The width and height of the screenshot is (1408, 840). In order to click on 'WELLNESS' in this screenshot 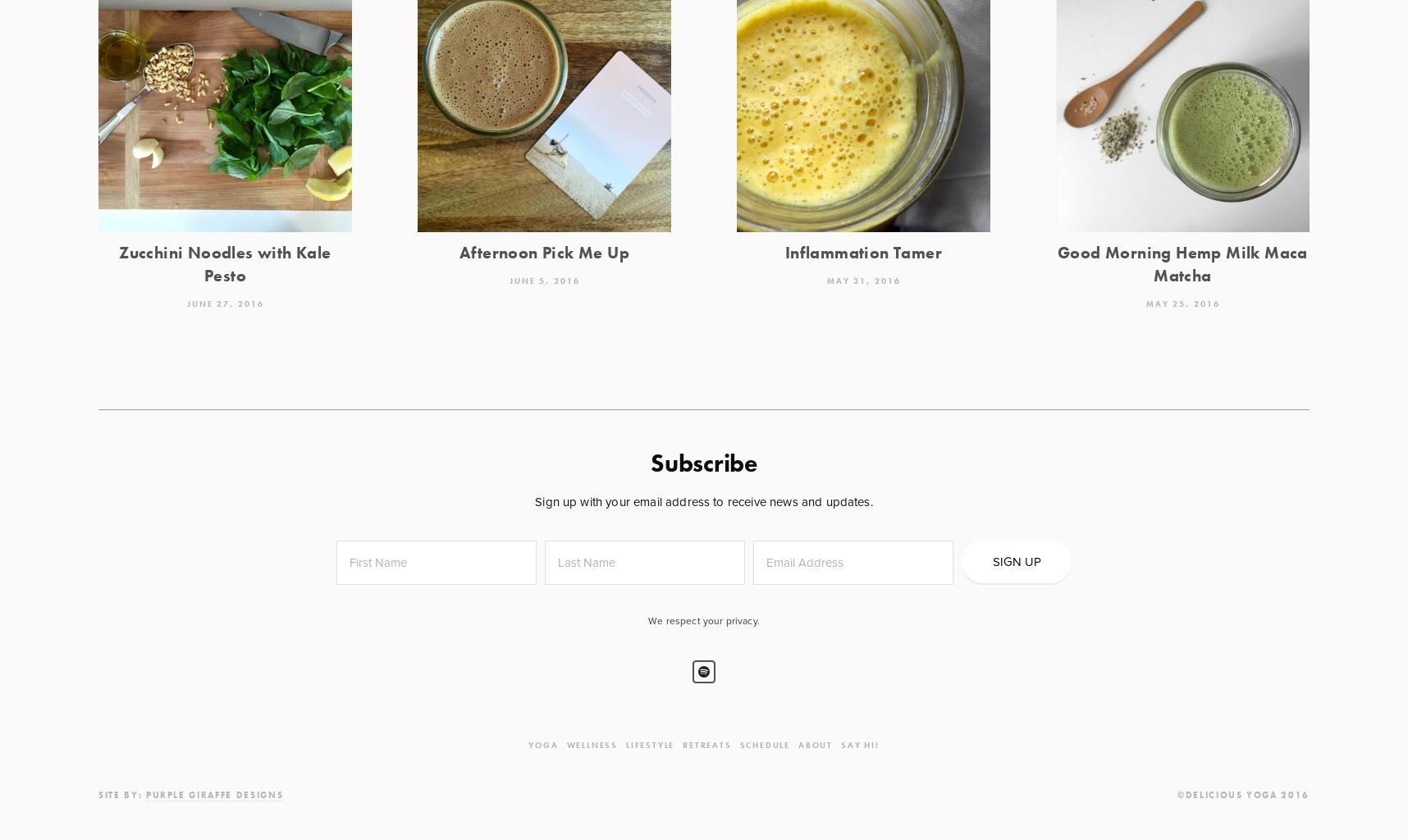, I will do `click(591, 743)`.